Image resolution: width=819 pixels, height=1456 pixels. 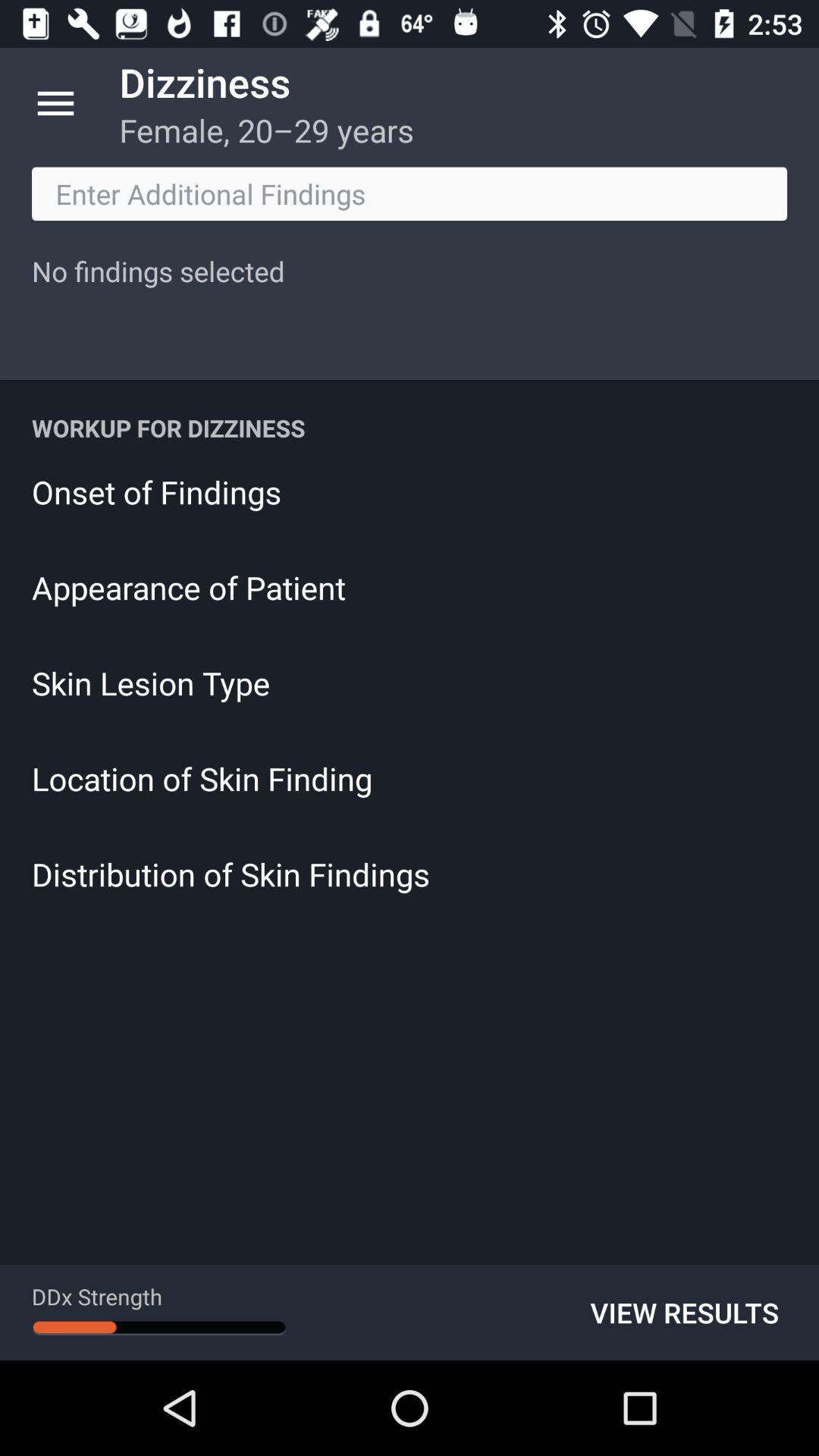 I want to click on search for content, so click(x=409, y=193).